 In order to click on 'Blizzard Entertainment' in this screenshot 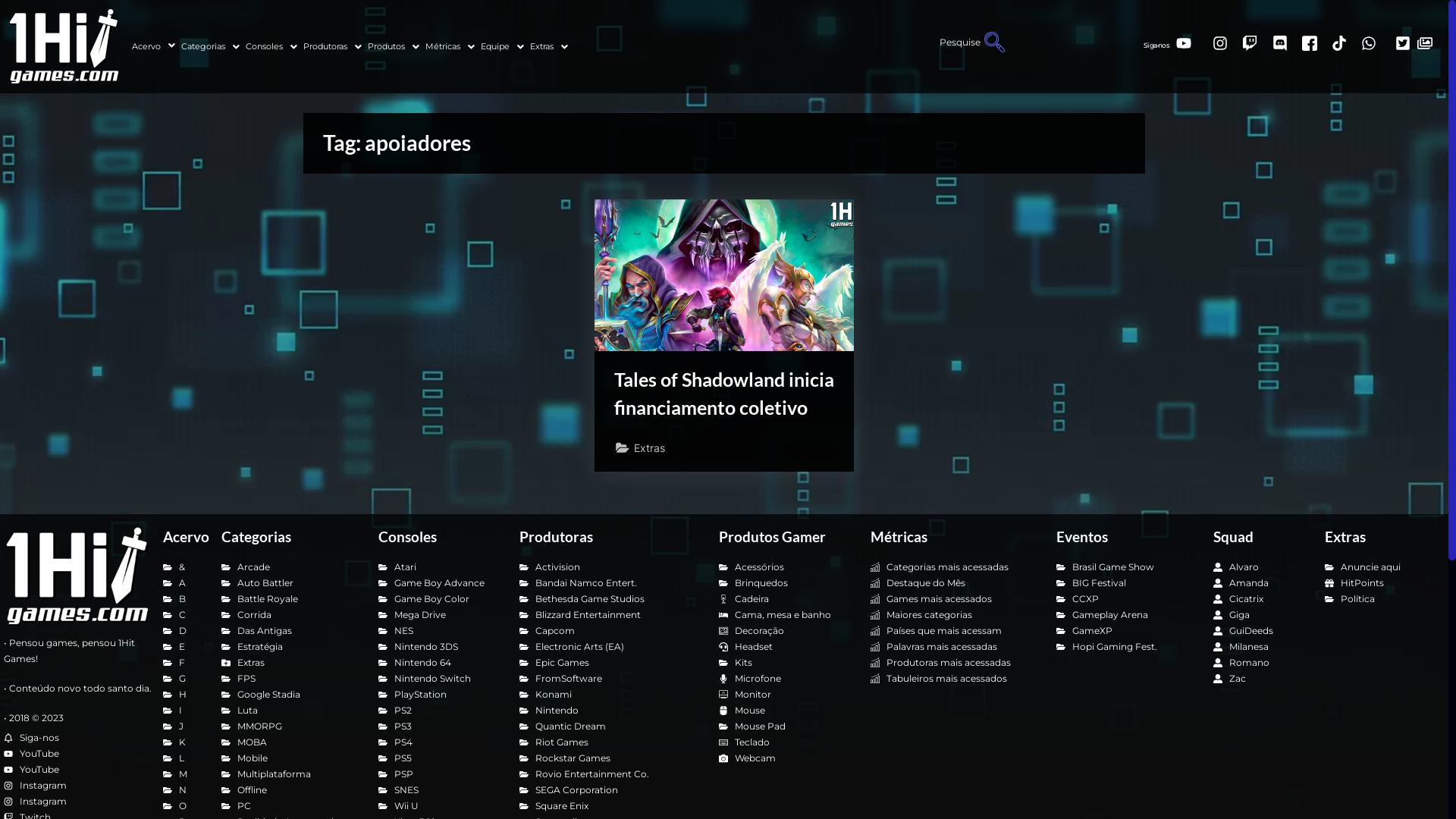, I will do `click(611, 614)`.